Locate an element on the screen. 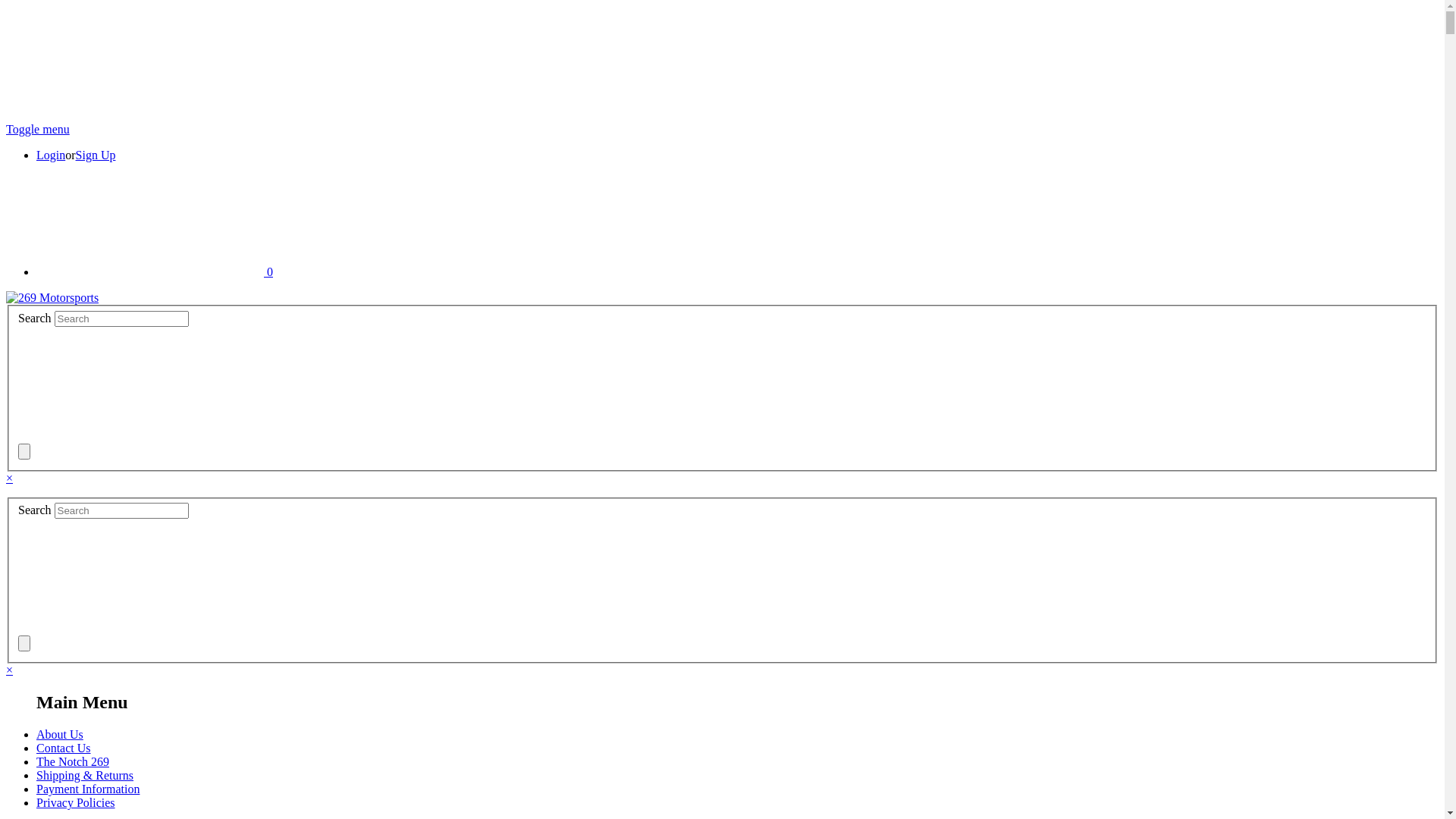 This screenshot has height=819, width=1456. 'Toggle menu' is located at coordinates (37, 128).